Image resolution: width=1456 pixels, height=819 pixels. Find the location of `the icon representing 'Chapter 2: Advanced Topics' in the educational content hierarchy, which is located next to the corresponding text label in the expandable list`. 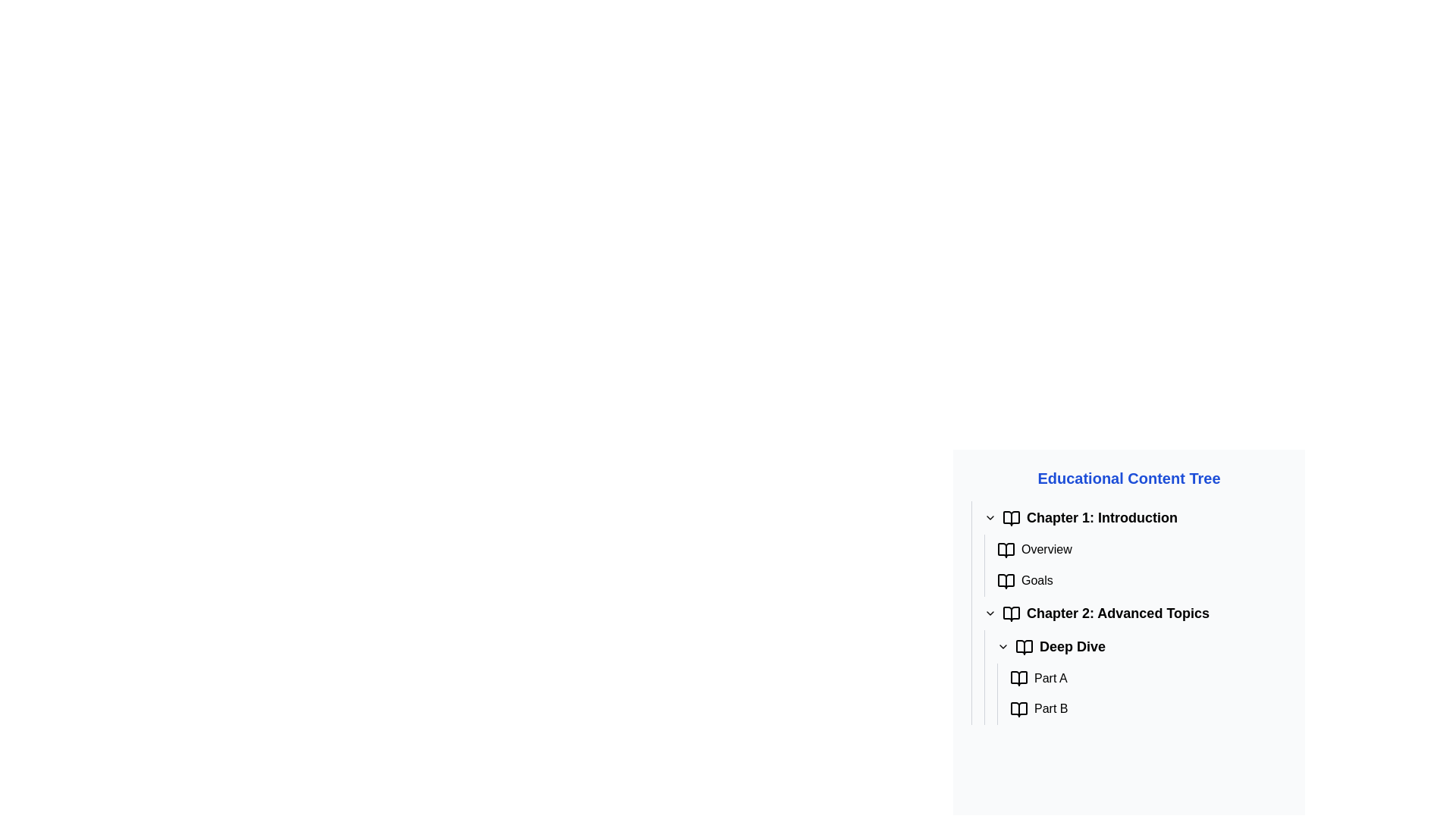

the icon representing 'Chapter 2: Advanced Topics' in the educational content hierarchy, which is located next to the corresponding text label in the expandable list is located at coordinates (1012, 613).